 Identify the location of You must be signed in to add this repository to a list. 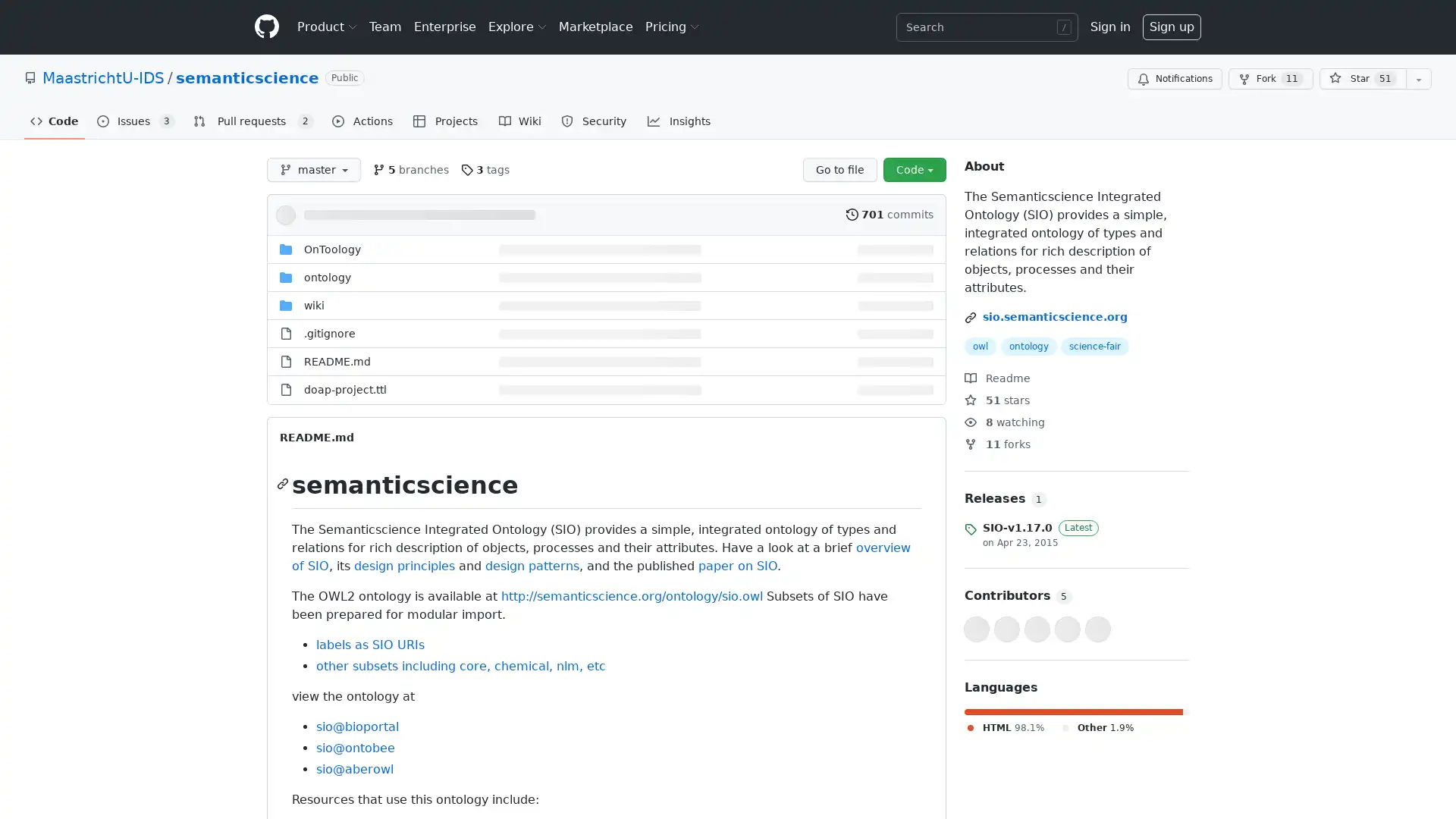
(1418, 79).